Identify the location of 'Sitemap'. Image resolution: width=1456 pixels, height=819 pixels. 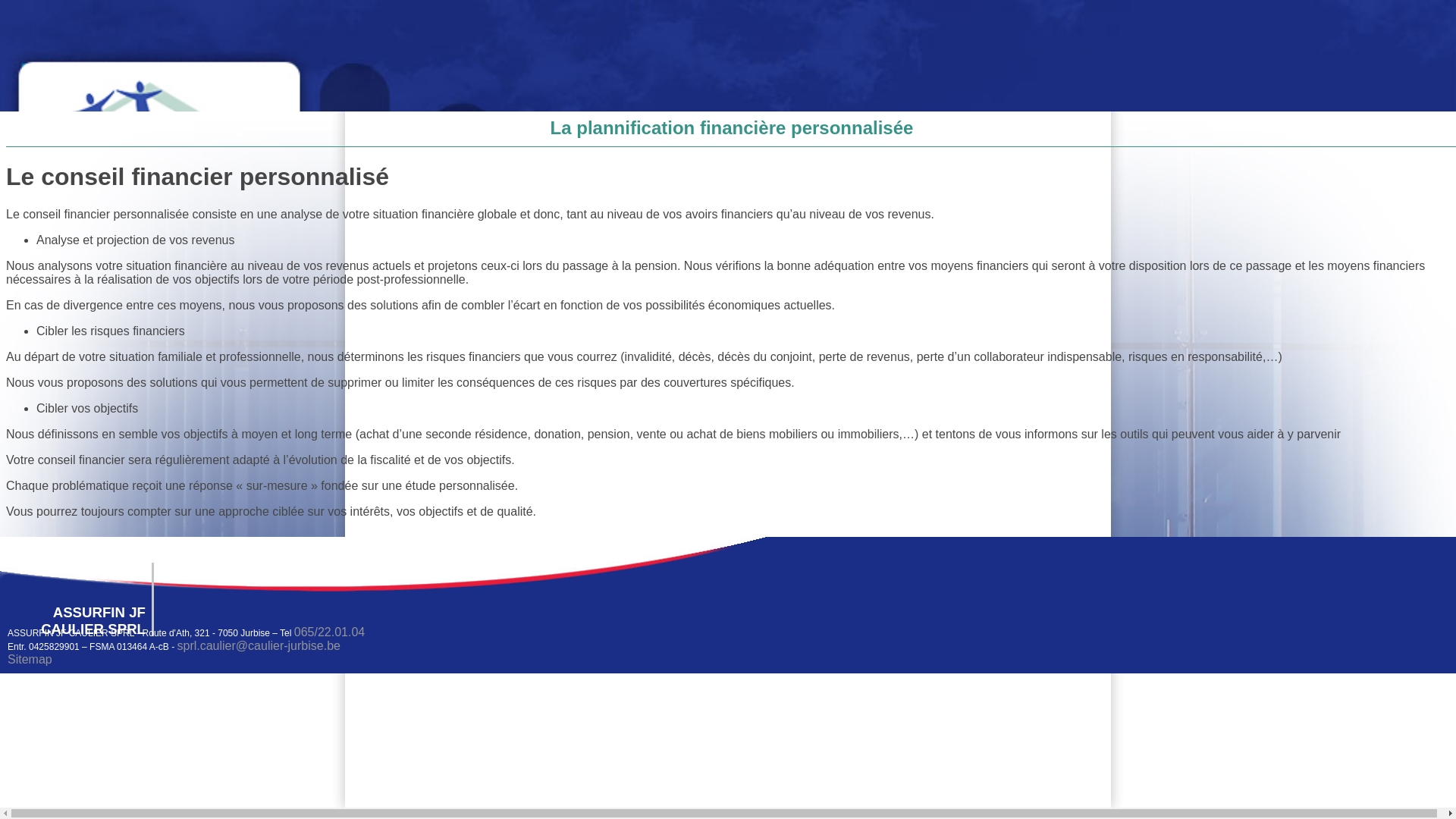
(30, 658).